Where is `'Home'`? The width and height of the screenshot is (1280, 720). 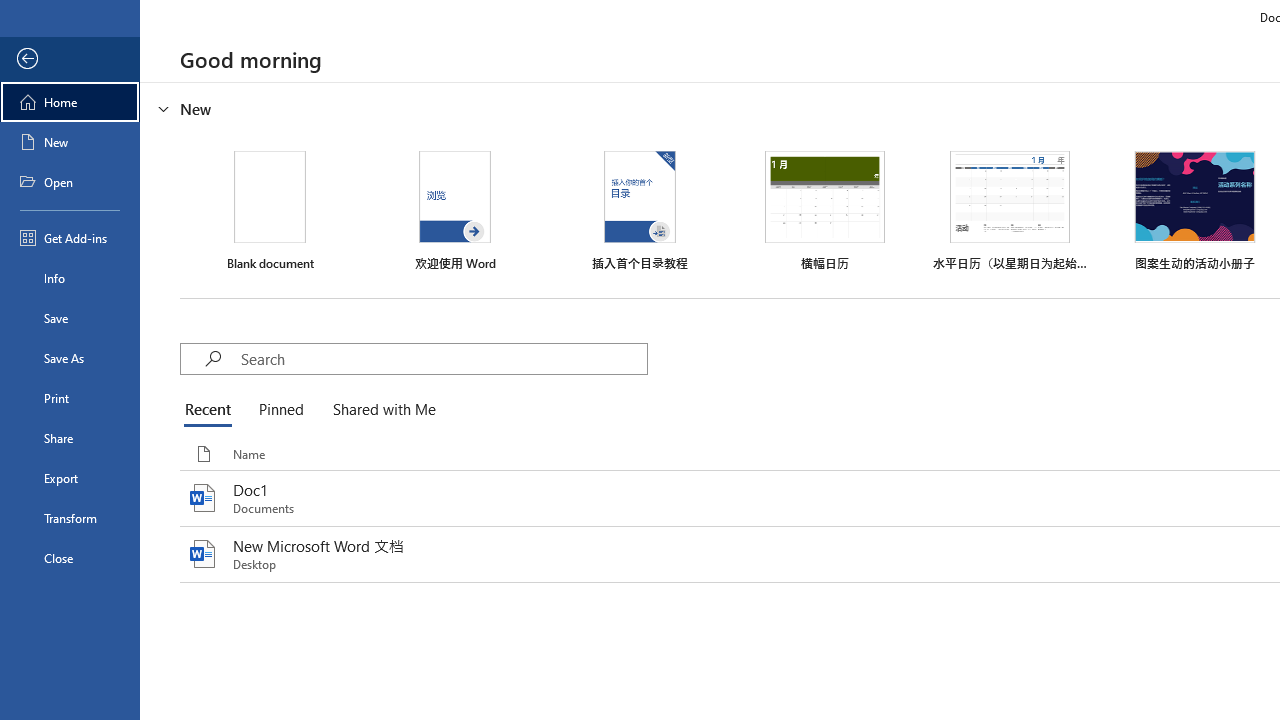 'Home' is located at coordinates (69, 101).